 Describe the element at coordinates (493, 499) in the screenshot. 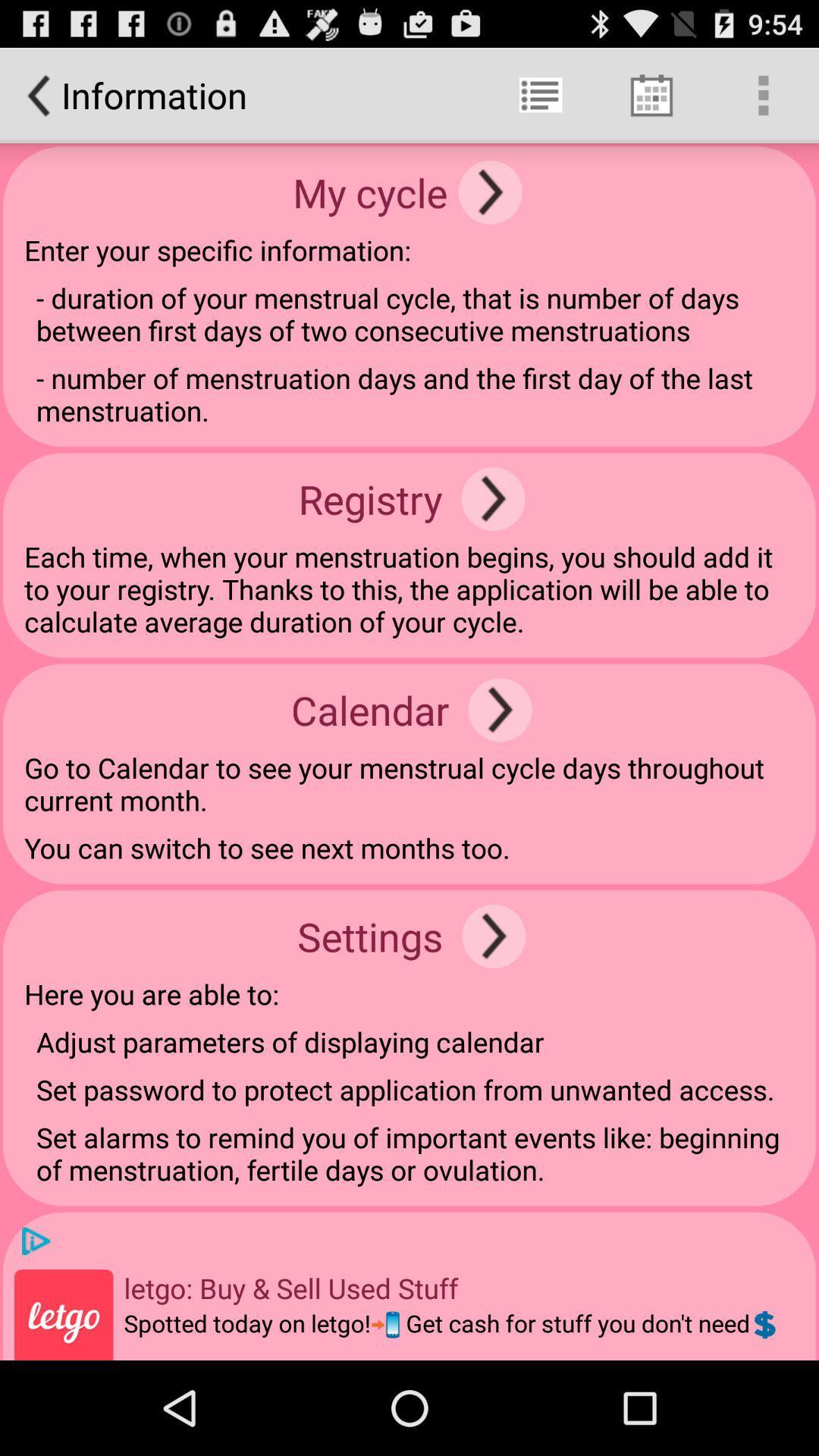

I see `registry` at that location.